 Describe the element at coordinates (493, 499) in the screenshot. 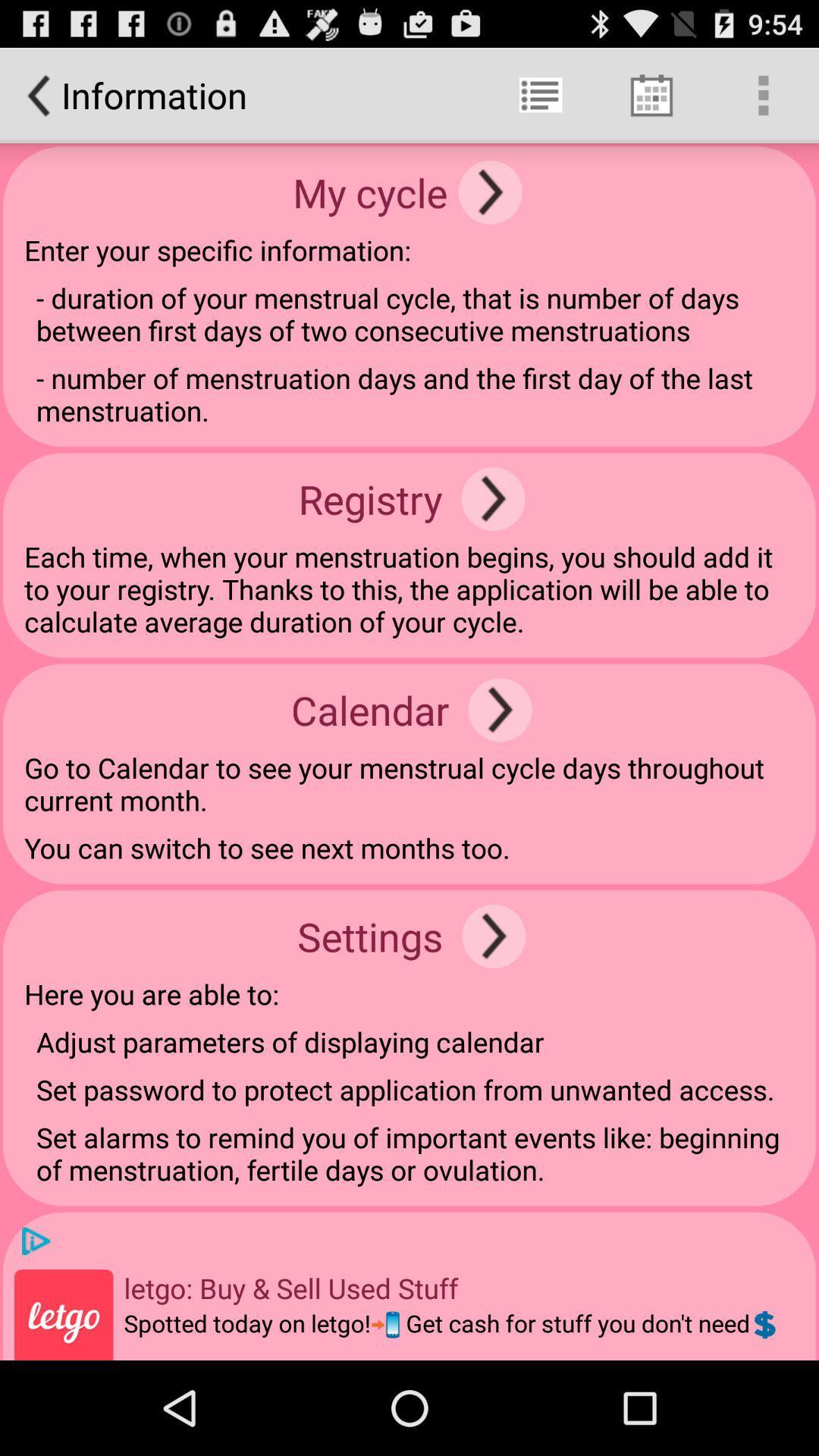

I see `registry` at that location.